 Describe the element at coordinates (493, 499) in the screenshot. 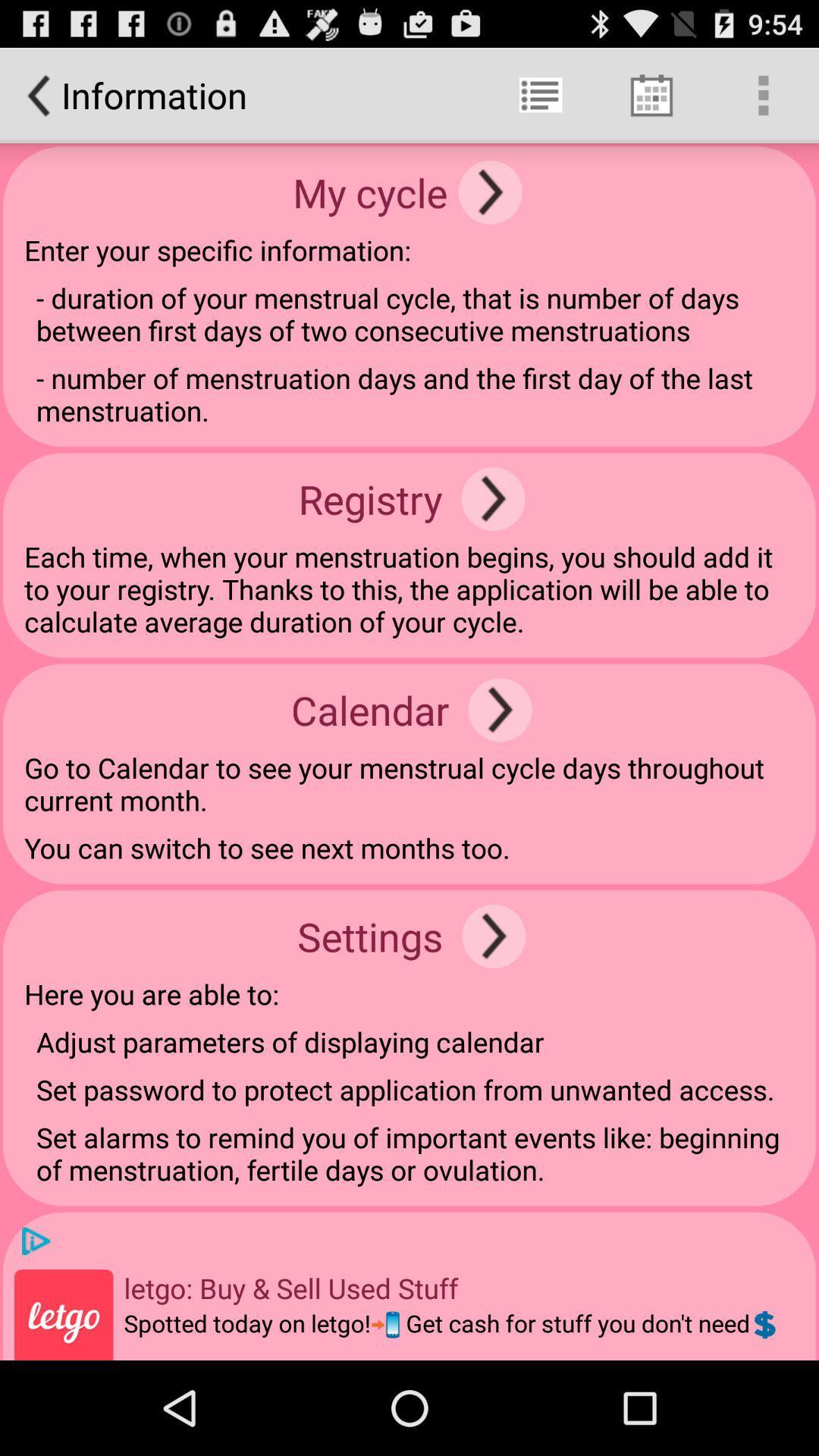

I see `registry` at that location.